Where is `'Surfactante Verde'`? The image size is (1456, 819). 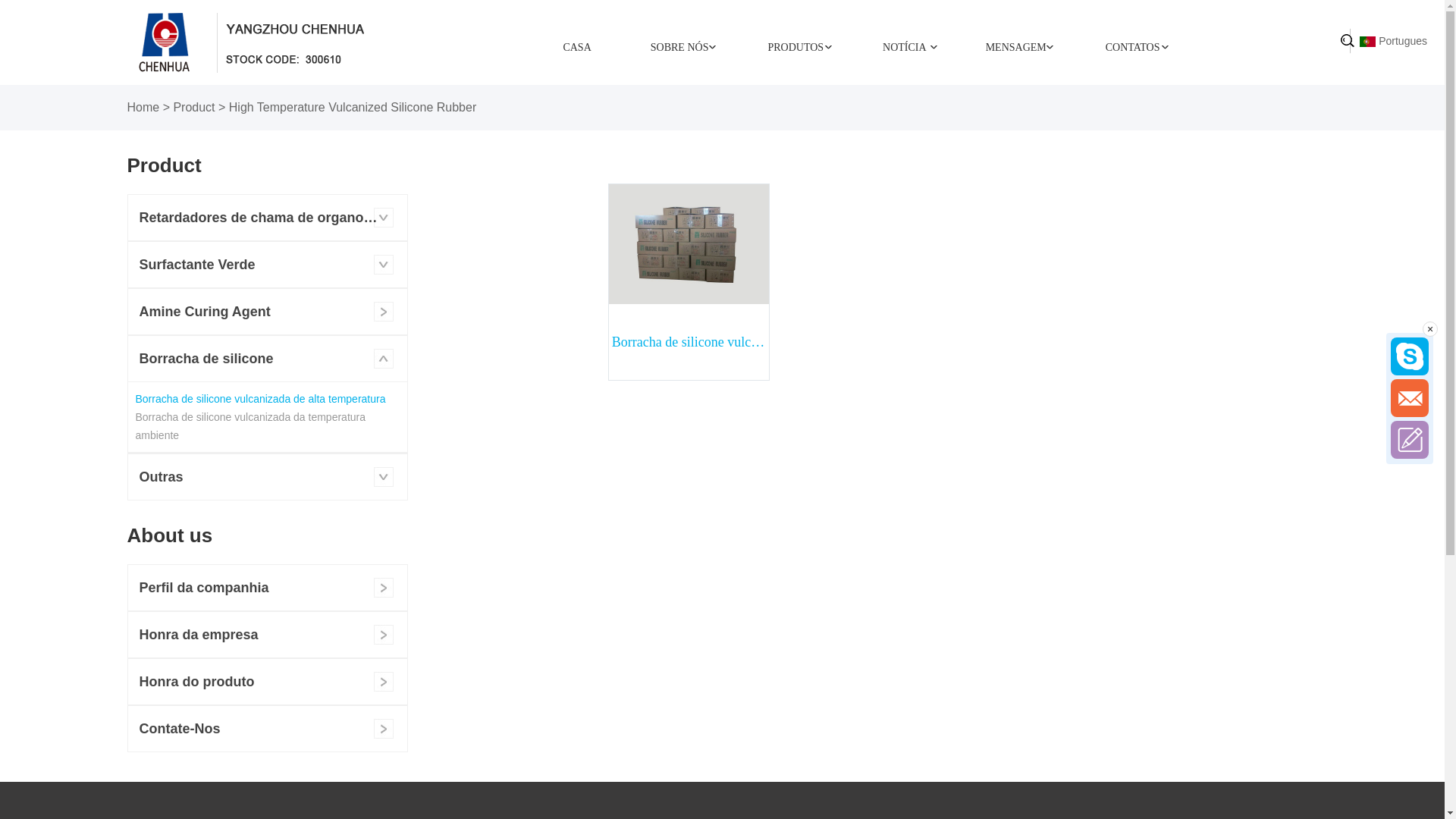
'Surfactante Verde' is located at coordinates (266, 263).